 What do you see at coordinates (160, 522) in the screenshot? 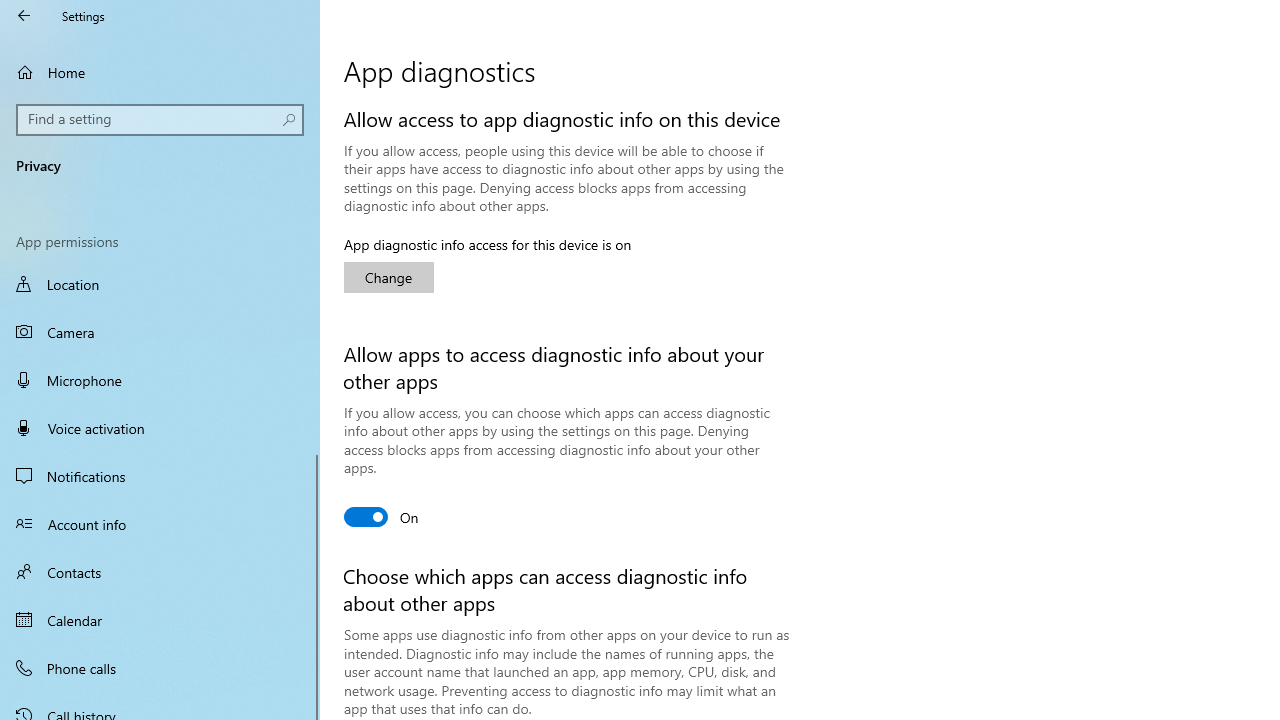
I see `'Account info'` at bounding box center [160, 522].